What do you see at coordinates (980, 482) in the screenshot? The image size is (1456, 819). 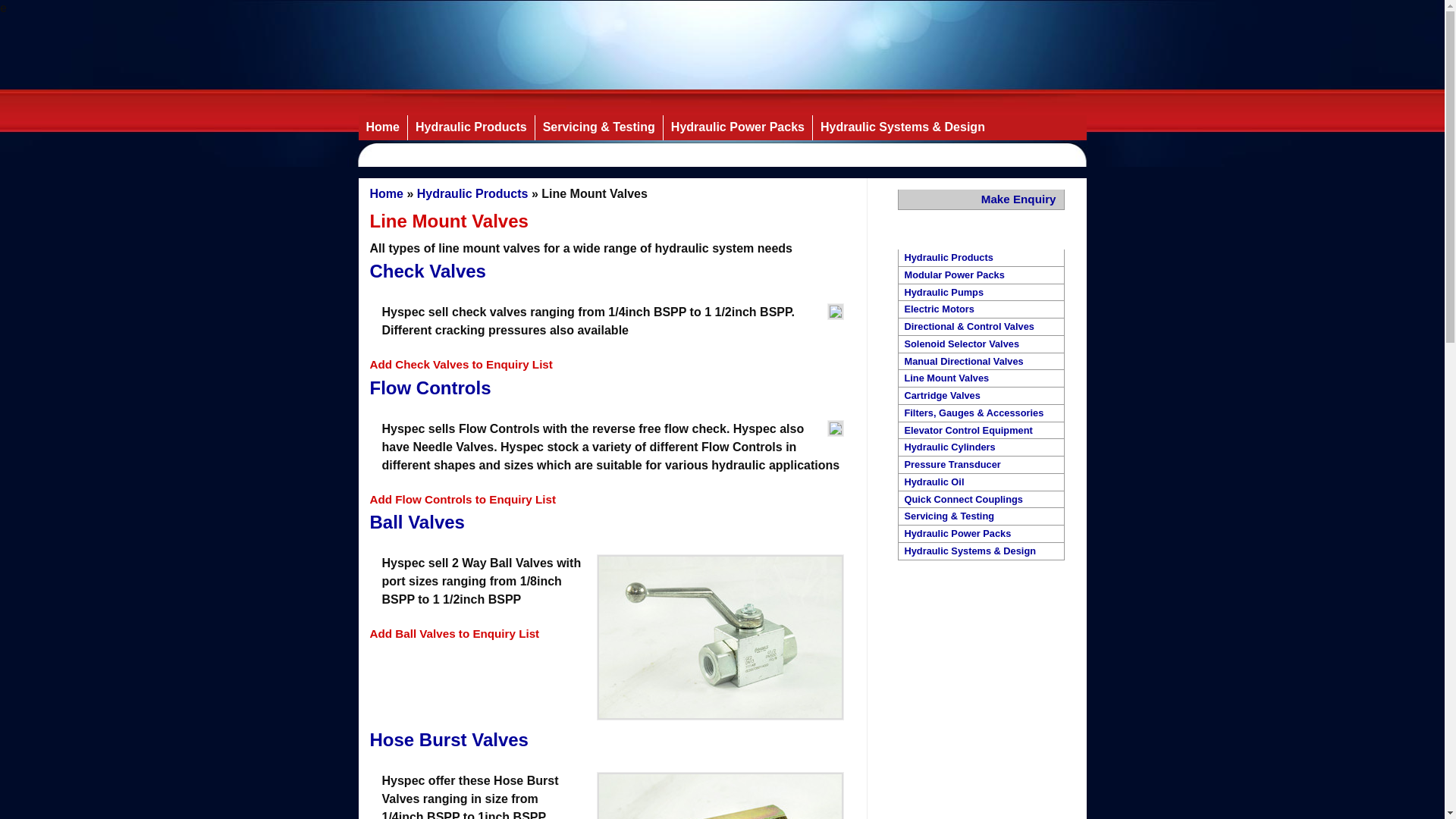 I see `'Hydraulic Oil'` at bounding box center [980, 482].